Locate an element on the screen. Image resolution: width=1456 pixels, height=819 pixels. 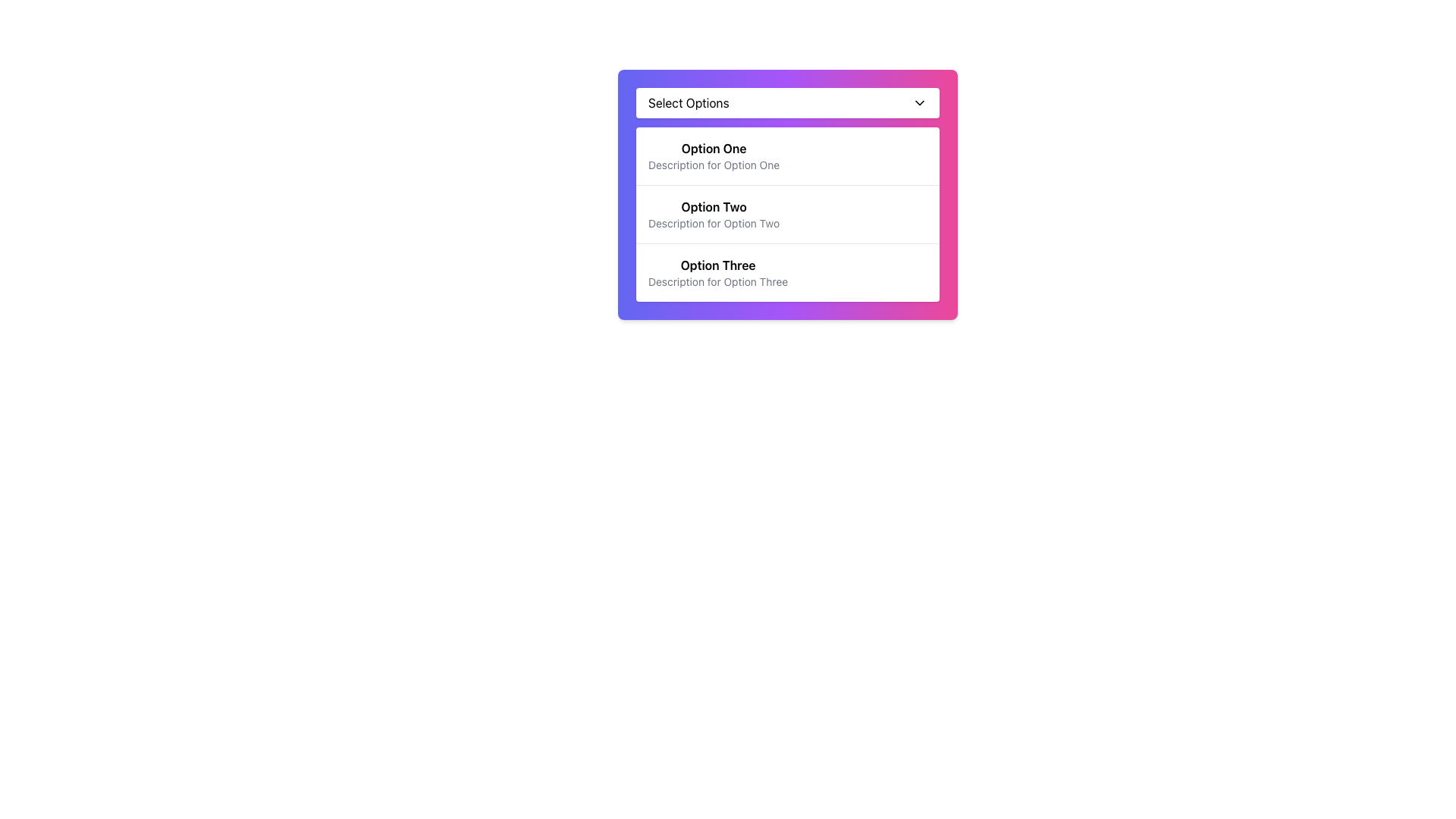
the dropdown menu item labeled 'Option Three' is located at coordinates (787, 271).